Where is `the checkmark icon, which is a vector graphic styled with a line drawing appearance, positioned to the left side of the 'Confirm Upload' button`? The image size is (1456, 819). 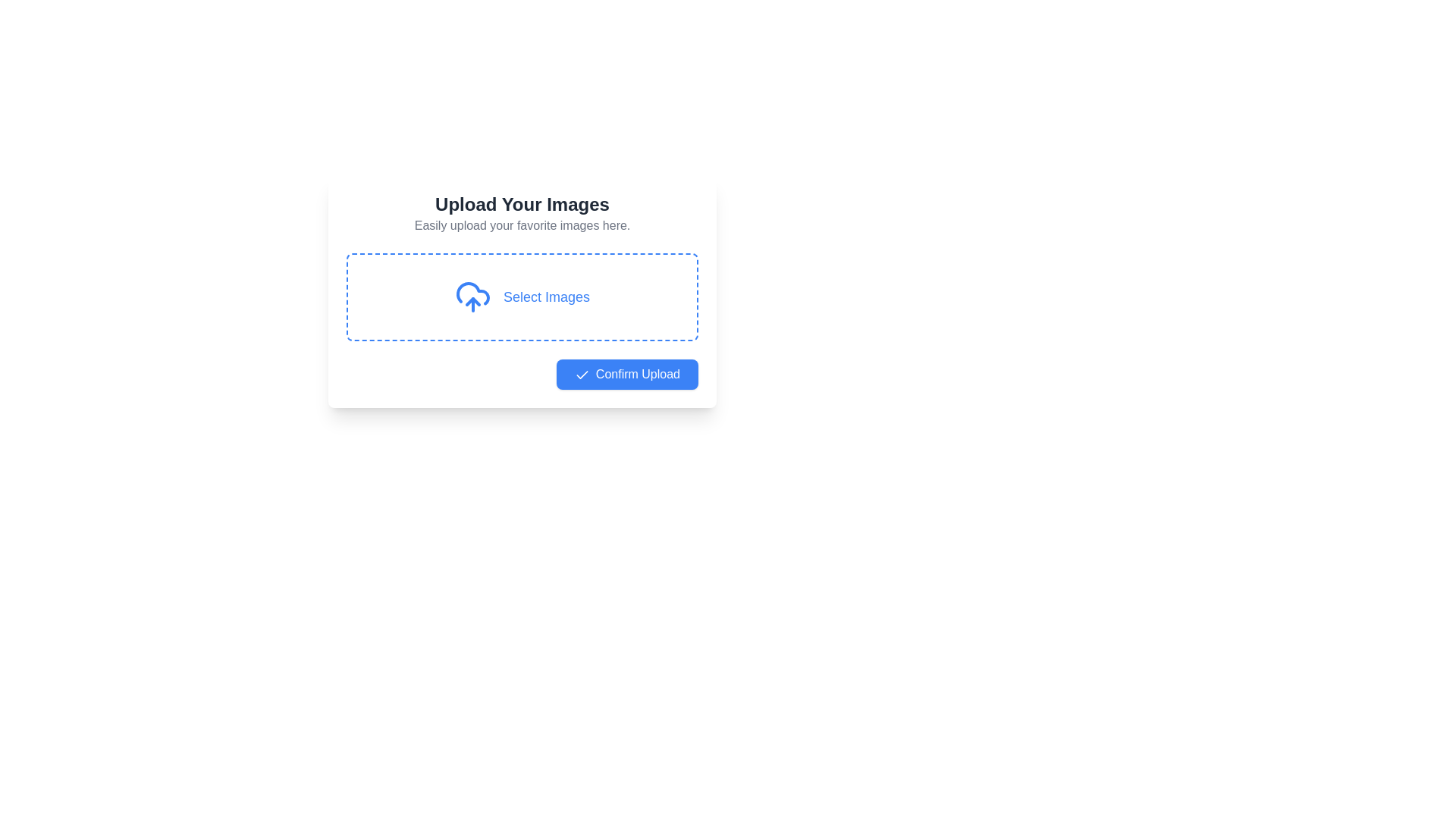
the checkmark icon, which is a vector graphic styled with a line drawing appearance, positioned to the left side of the 'Confirm Upload' button is located at coordinates (581, 375).